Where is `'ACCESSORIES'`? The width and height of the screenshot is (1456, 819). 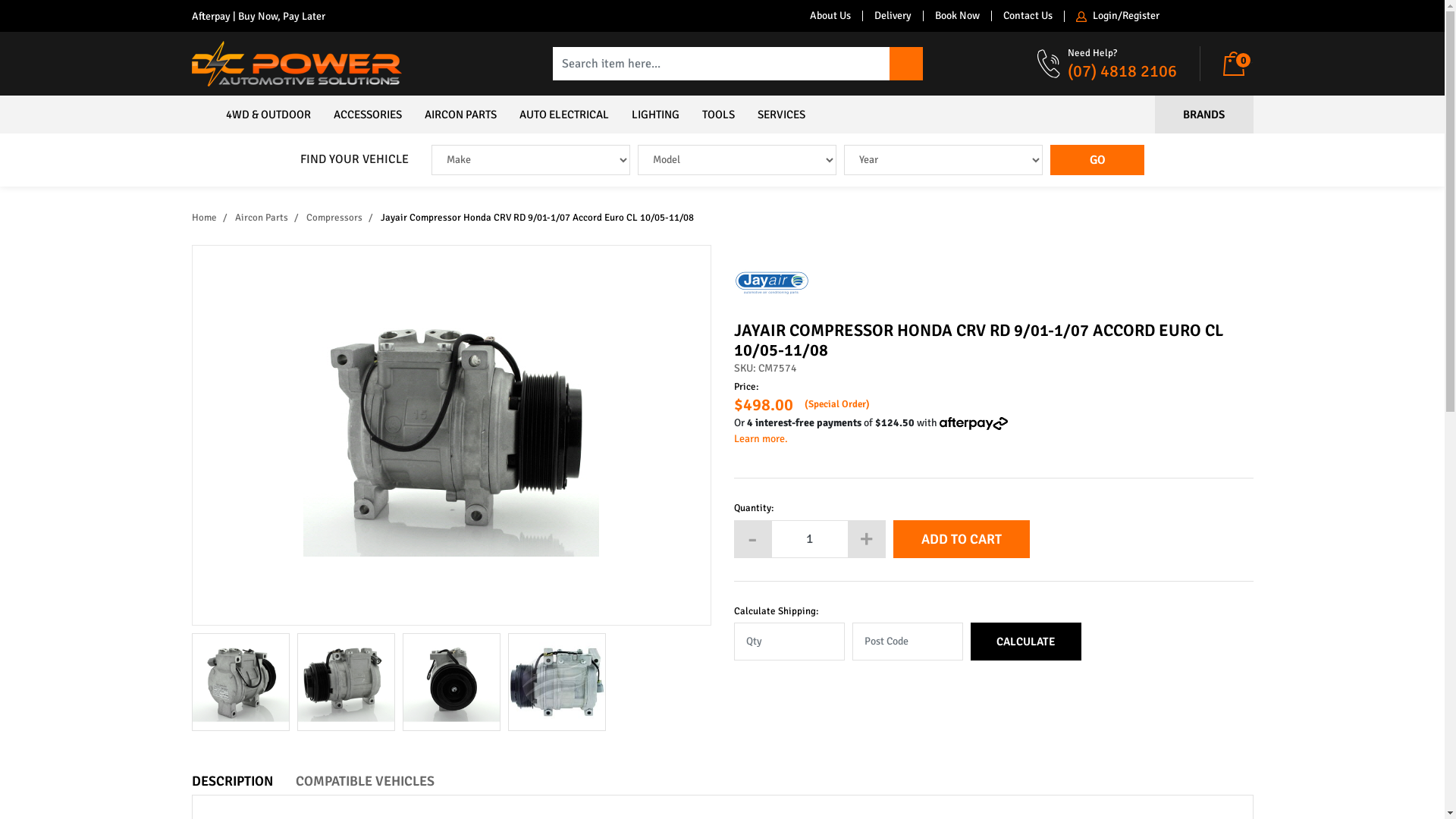
'ACCESSORIES' is located at coordinates (367, 113).